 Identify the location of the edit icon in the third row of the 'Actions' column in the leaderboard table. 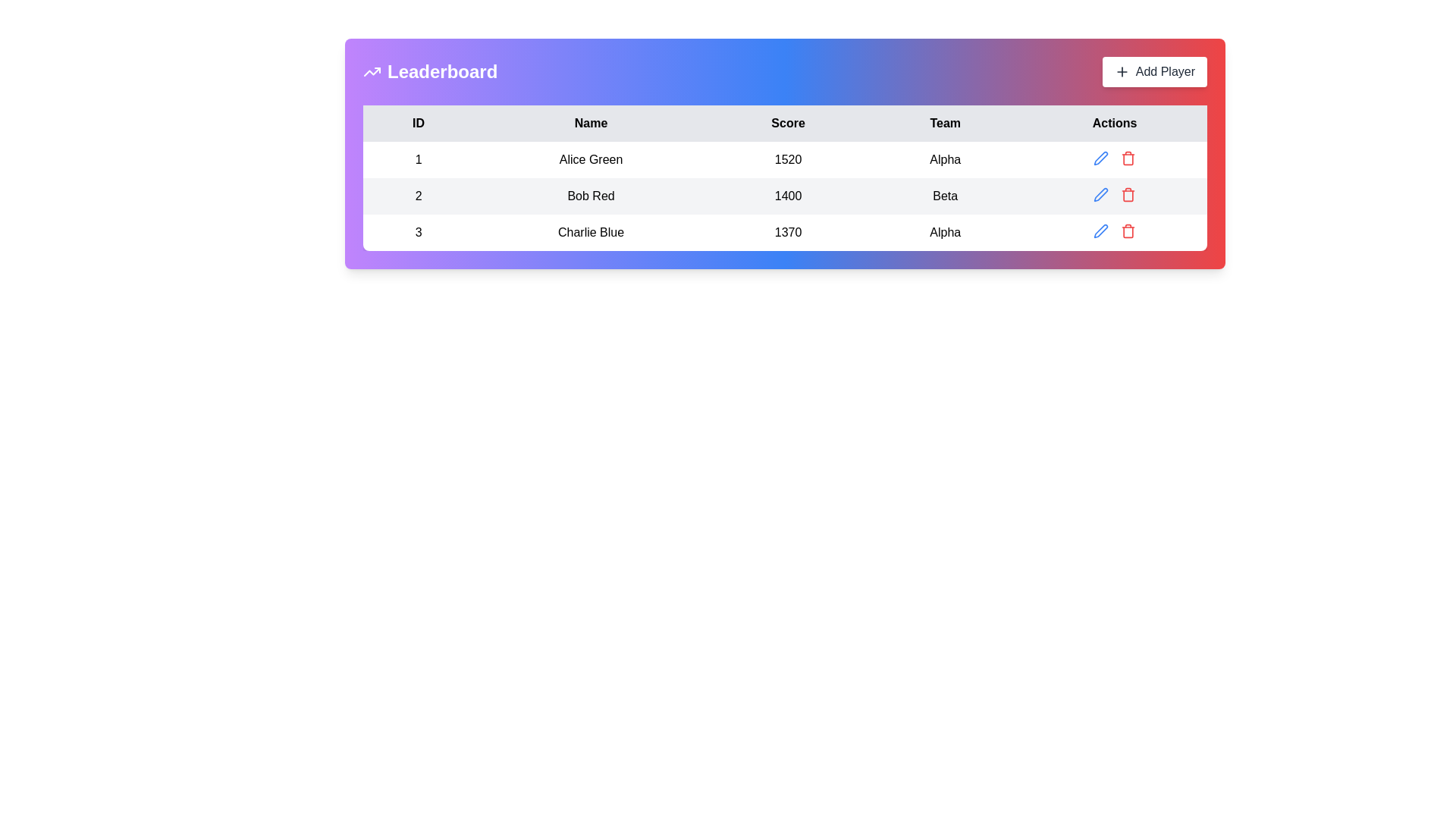
(1101, 158).